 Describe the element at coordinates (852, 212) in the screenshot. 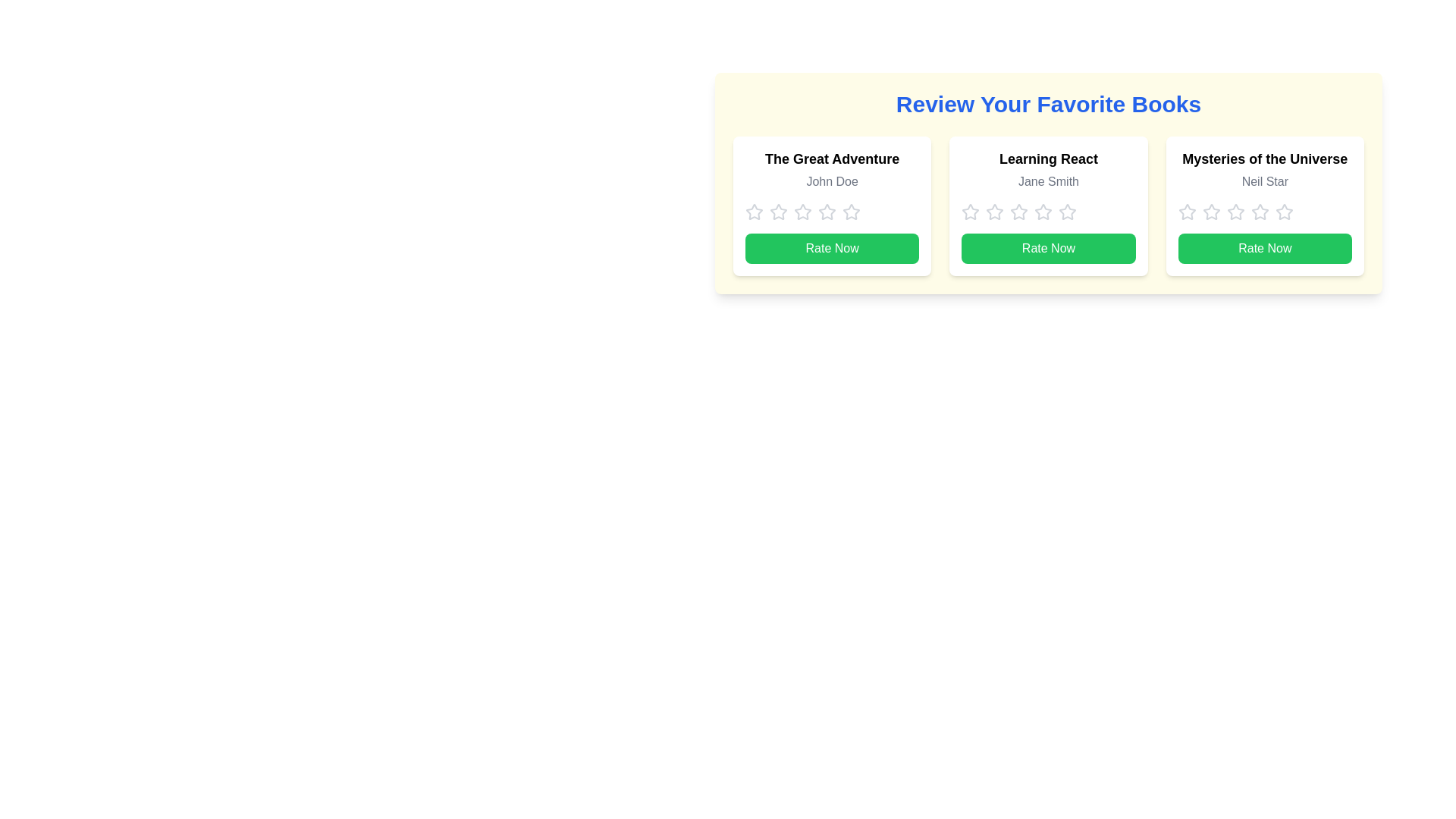

I see `the fourth star icon` at that location.